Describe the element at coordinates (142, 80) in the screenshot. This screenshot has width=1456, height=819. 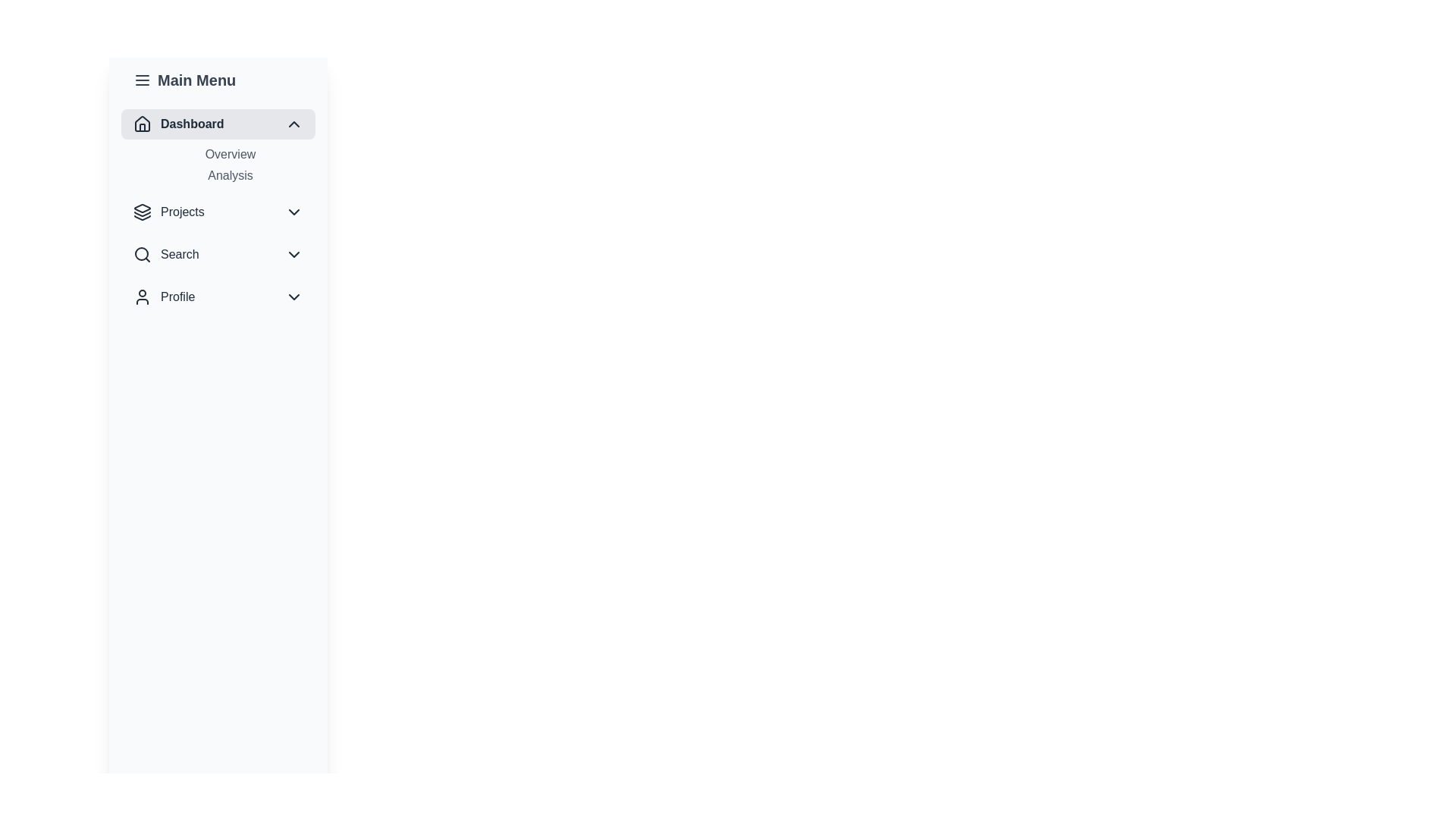
I see `the menu toggle icon located at the top of the sidebar, to the left of the 'Main Menu' heading, for potential tooltip display` at that location.